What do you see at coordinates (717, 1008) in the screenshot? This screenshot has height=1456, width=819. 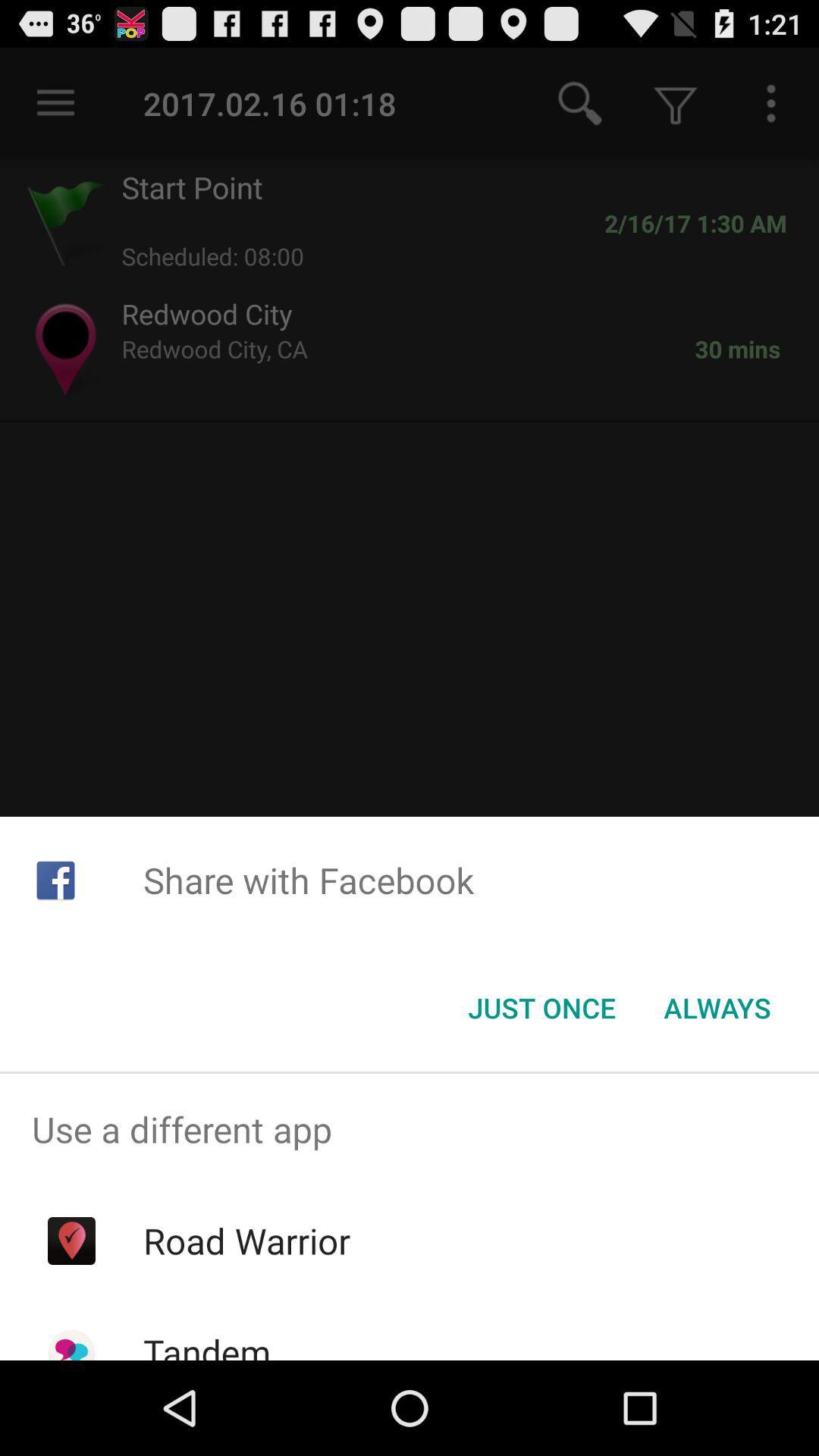 I see `item next to just once icon` at bounding box center [717, 1008].